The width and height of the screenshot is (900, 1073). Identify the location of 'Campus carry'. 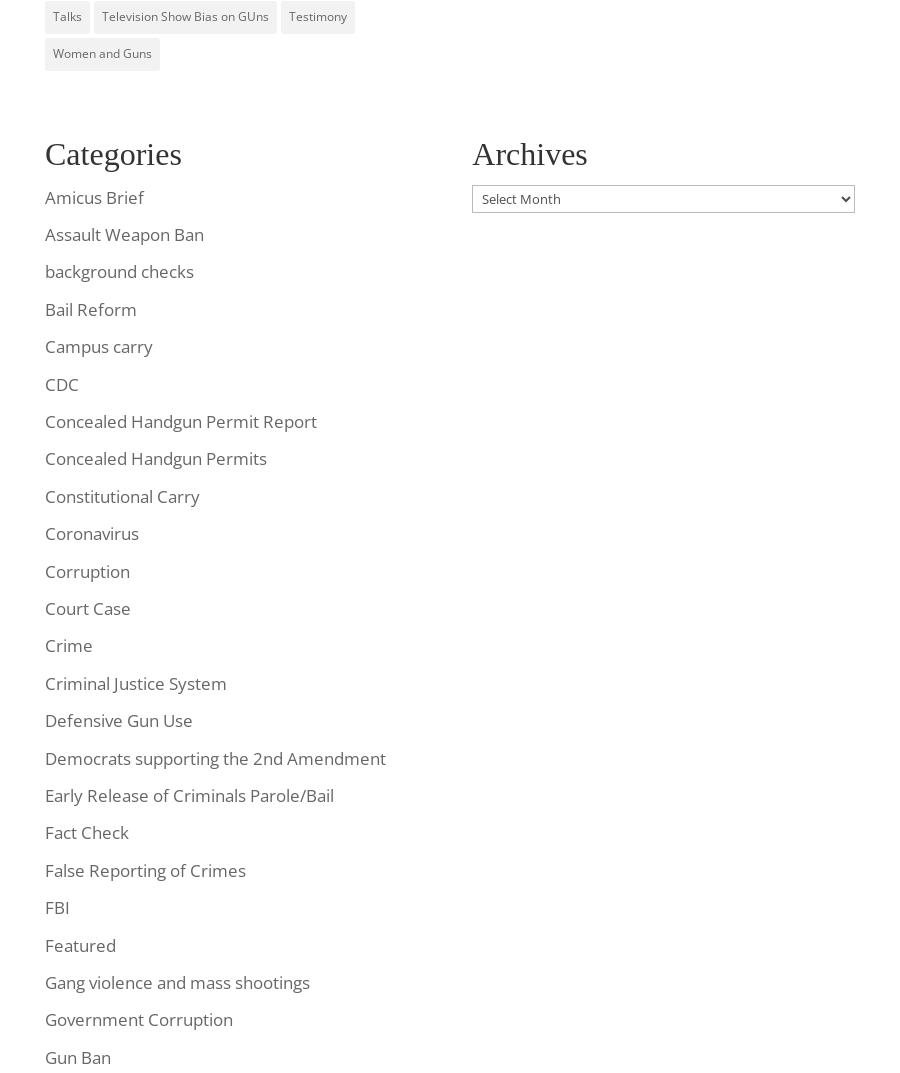
(98, 346).